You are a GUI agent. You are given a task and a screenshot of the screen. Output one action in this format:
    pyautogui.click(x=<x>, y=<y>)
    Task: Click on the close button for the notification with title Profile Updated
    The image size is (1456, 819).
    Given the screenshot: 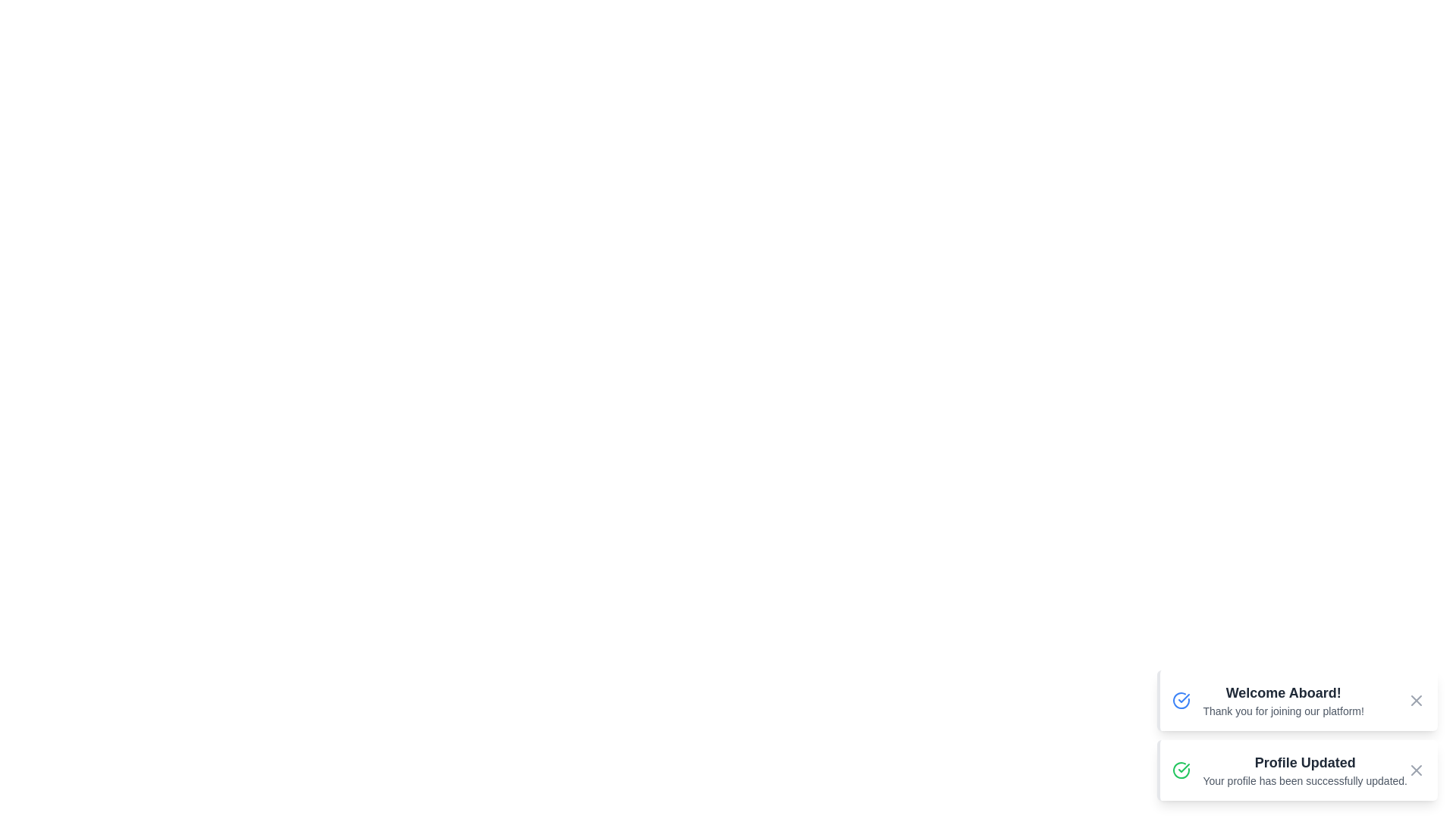 What is the action you would take?
    pyautogui.click(x=1415, y=770)
    